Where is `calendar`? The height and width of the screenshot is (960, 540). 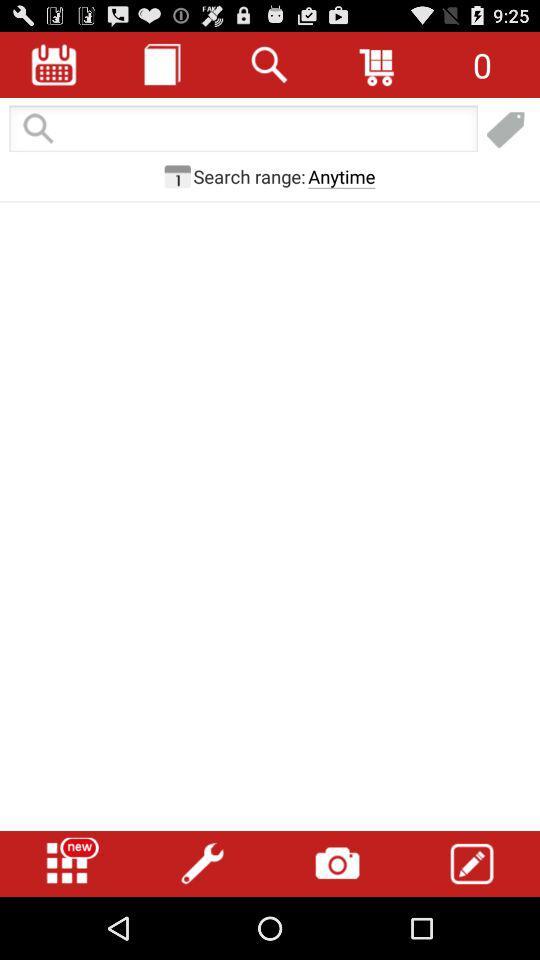 calendar is located at coordinates (177, 175).